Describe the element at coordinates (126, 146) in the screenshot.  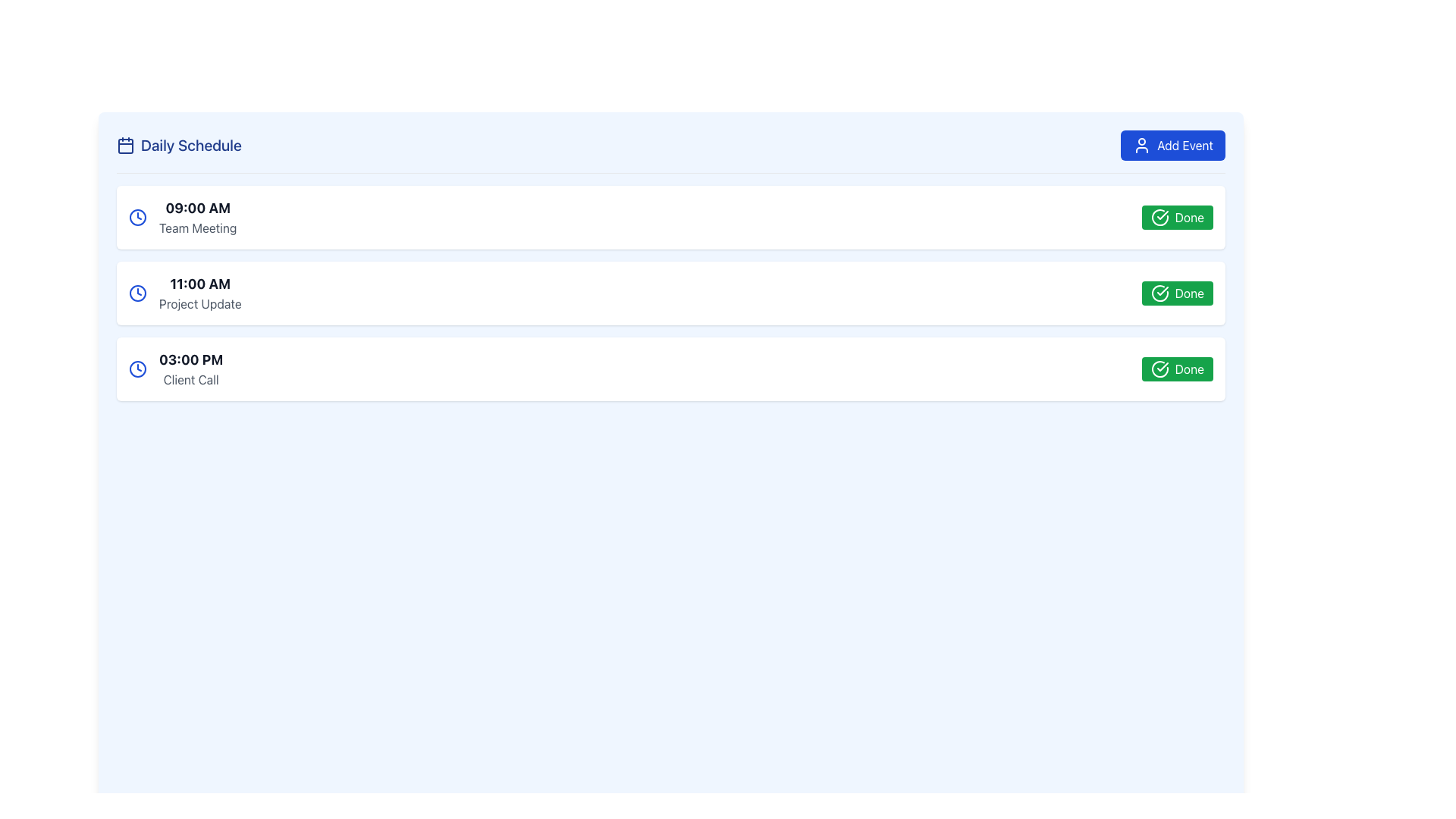
I see `calendar grid icon with rounded corners located to the left of the 'Daily Schedule' text for accessibility purposes` at that location.